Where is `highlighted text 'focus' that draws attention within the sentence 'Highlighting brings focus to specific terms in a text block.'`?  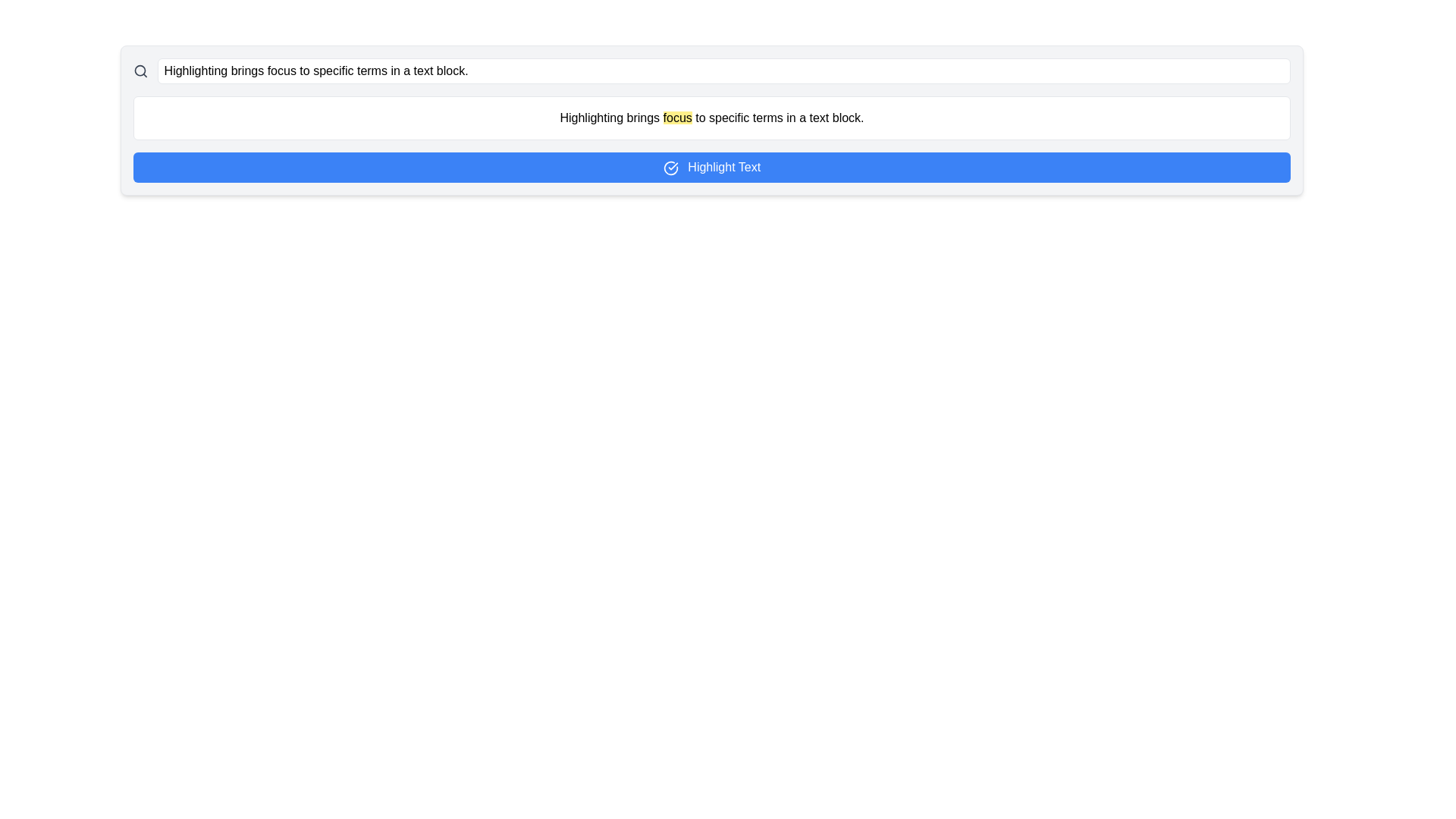
highlighted text 'focus' that draws attention within the sentence 'Highlighting brings focus to specific terms in a text block.' is located at coordinates (676, 117).